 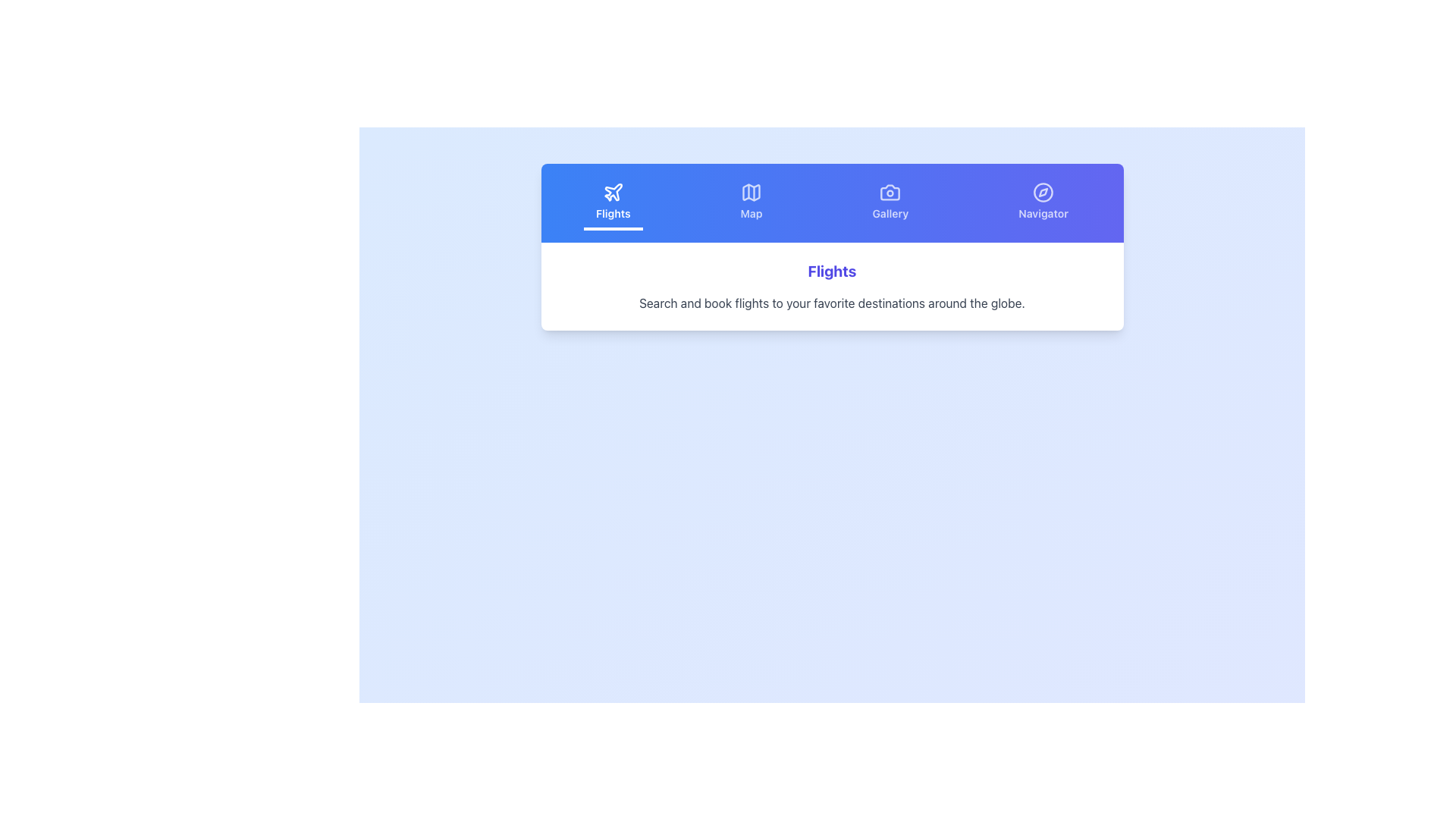 I want to click on the 'Map' button on the Navigation bar, which features a gradient color and is positioned at the upper portion of the interface, so click(x=831, y=202).